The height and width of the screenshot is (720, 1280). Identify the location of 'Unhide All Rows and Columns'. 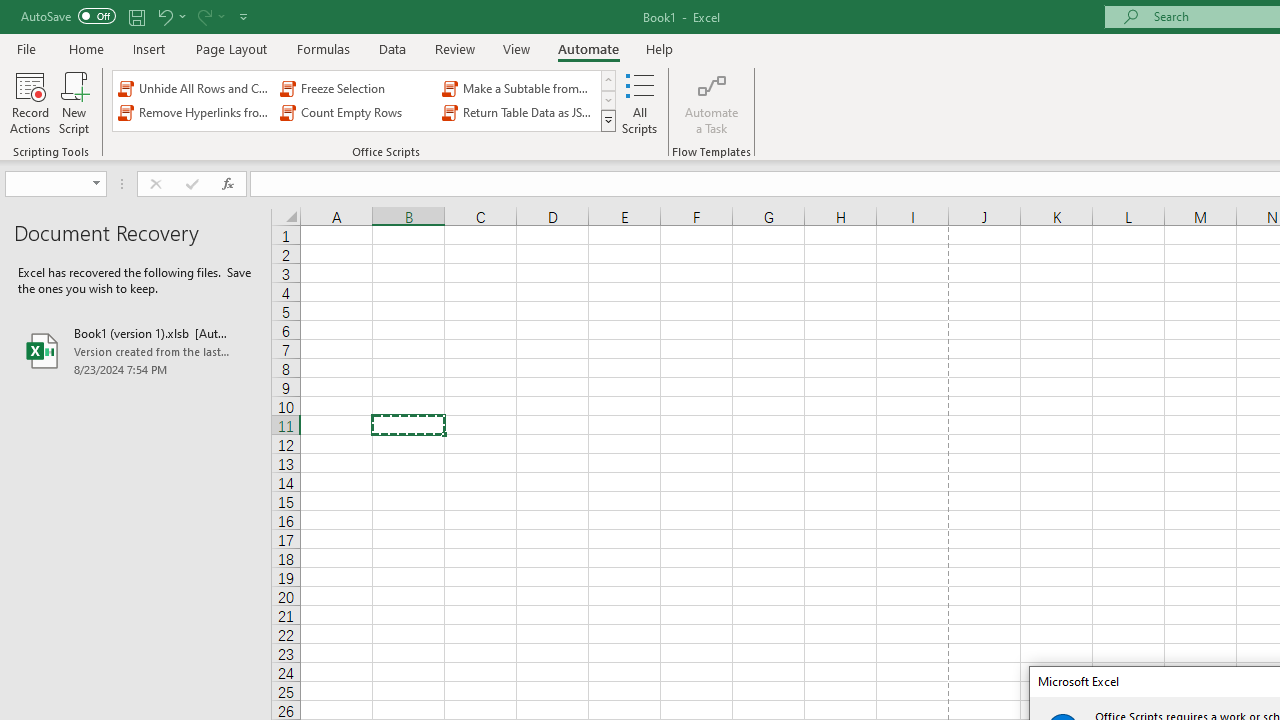
(195, 87).